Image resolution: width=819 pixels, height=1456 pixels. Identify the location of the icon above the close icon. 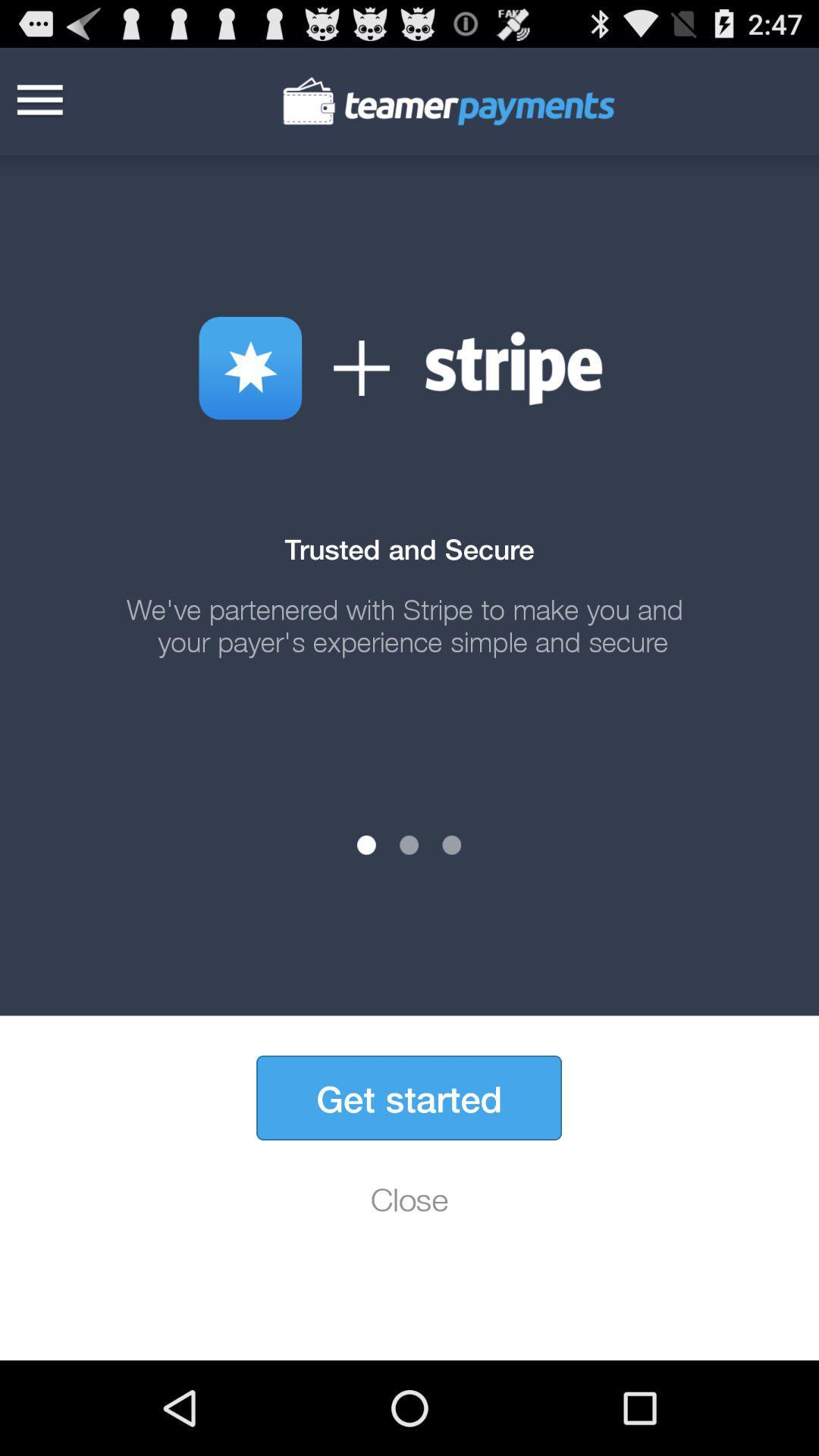
(408, 1097).